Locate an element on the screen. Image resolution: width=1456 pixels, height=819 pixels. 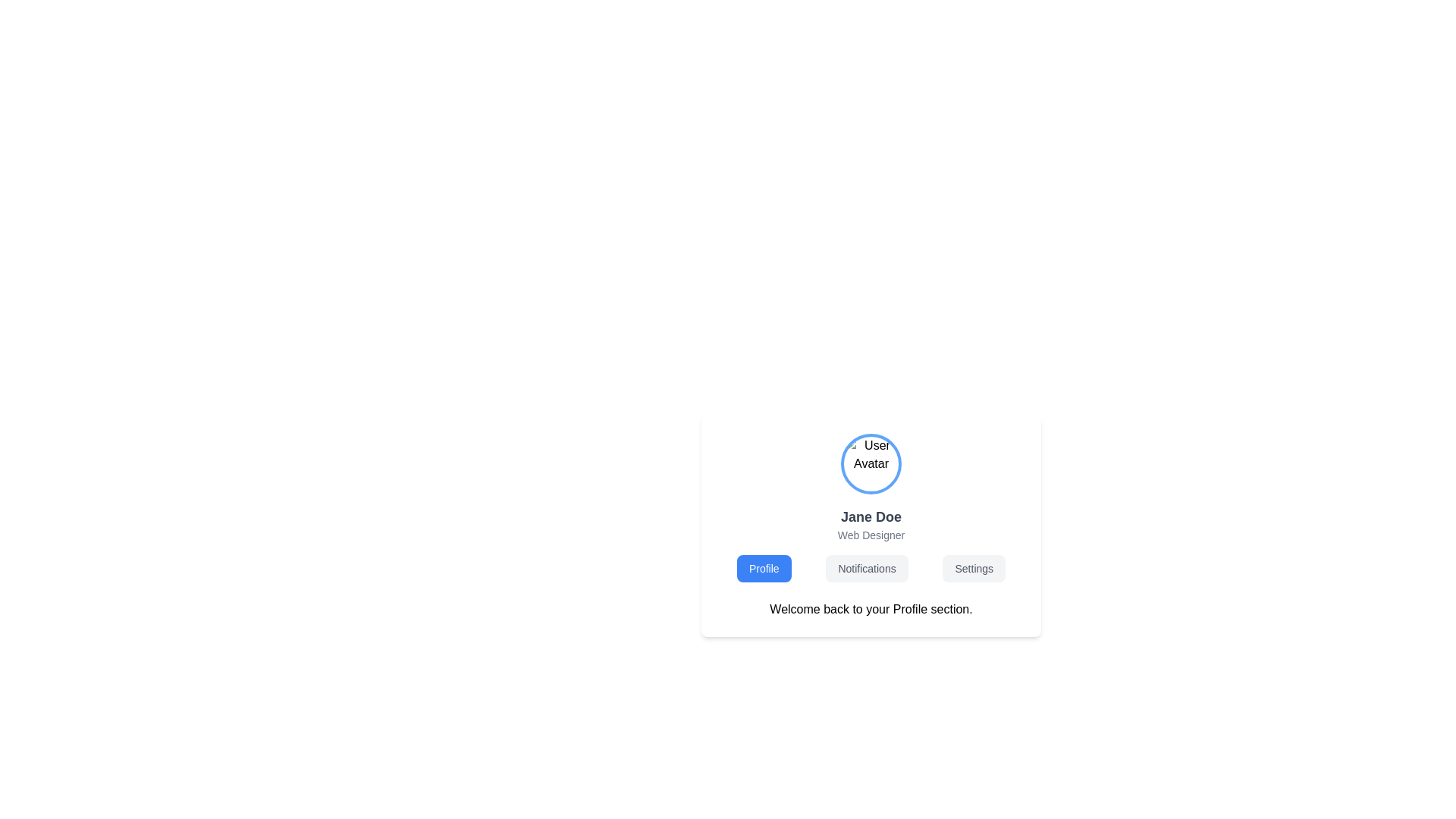
the static text label displaying 'Web Designer' located beneath the name 'Jane Doe' in the profile card is located at coordinates (871, 534).